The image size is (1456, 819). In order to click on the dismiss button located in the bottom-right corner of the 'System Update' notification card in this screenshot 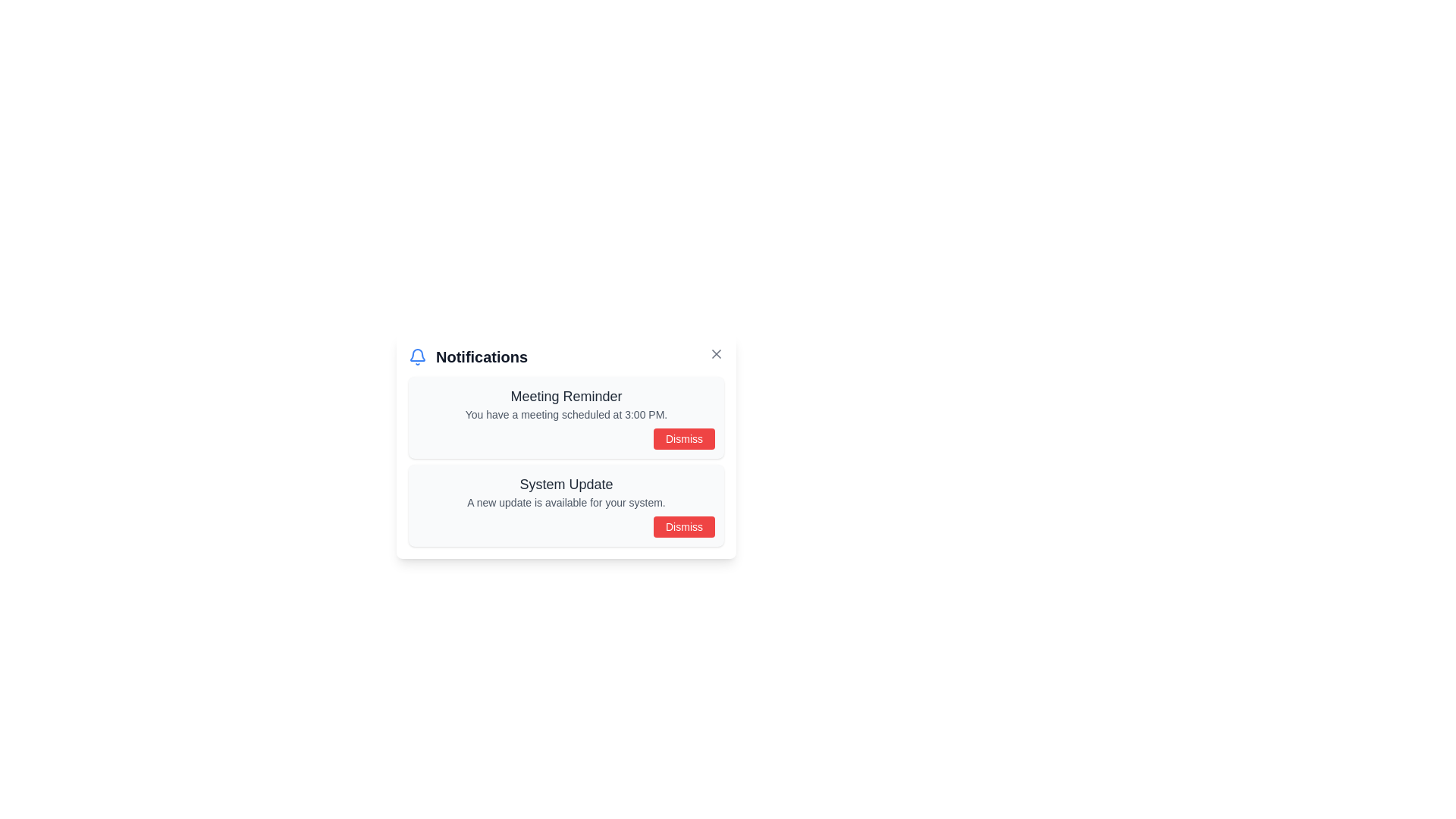, I will do `click(566, 526)`.